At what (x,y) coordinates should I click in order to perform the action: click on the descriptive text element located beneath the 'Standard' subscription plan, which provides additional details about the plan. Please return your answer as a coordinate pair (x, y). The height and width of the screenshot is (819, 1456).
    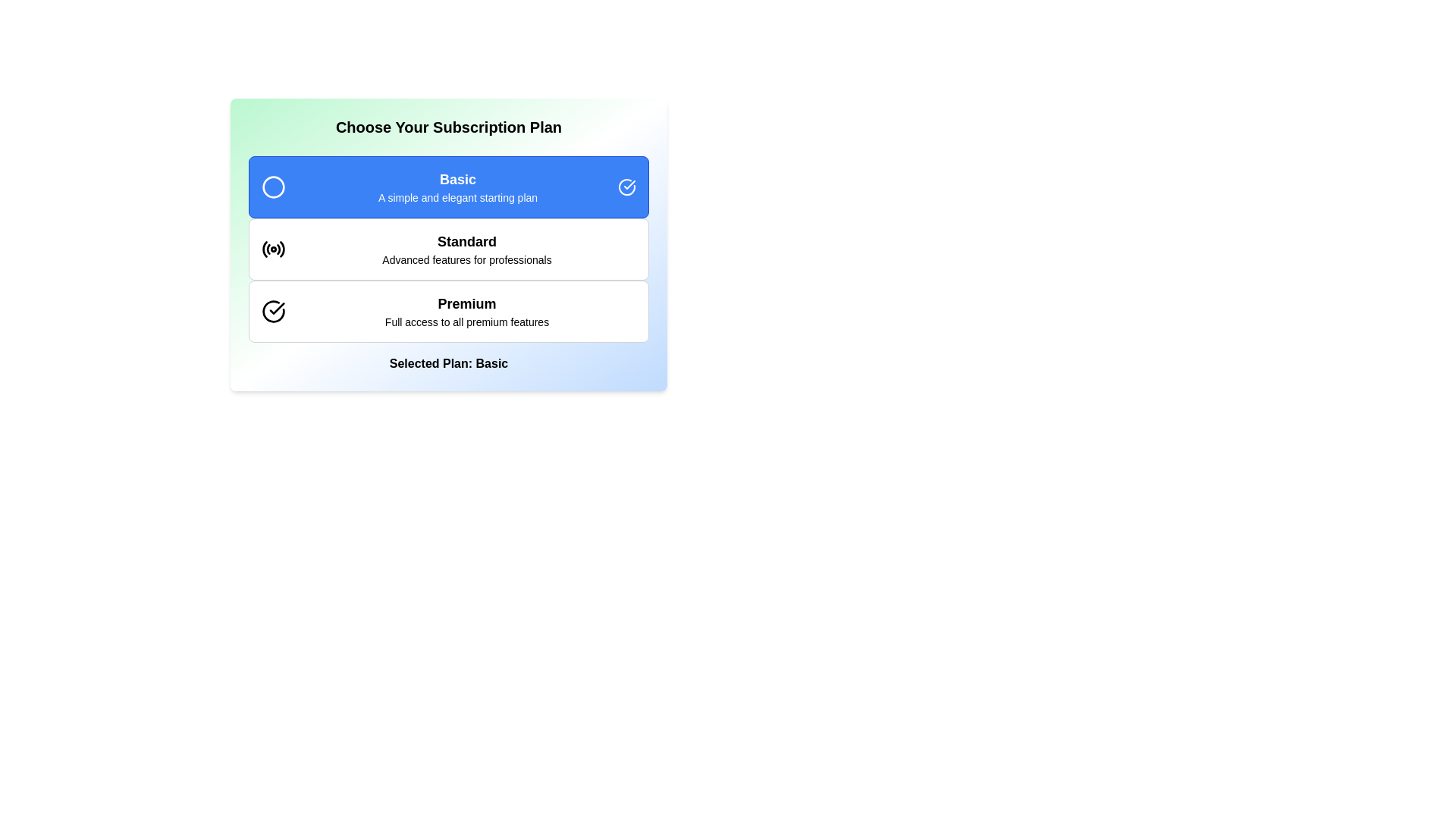
    Looking at the image, I should click on (466, 259).